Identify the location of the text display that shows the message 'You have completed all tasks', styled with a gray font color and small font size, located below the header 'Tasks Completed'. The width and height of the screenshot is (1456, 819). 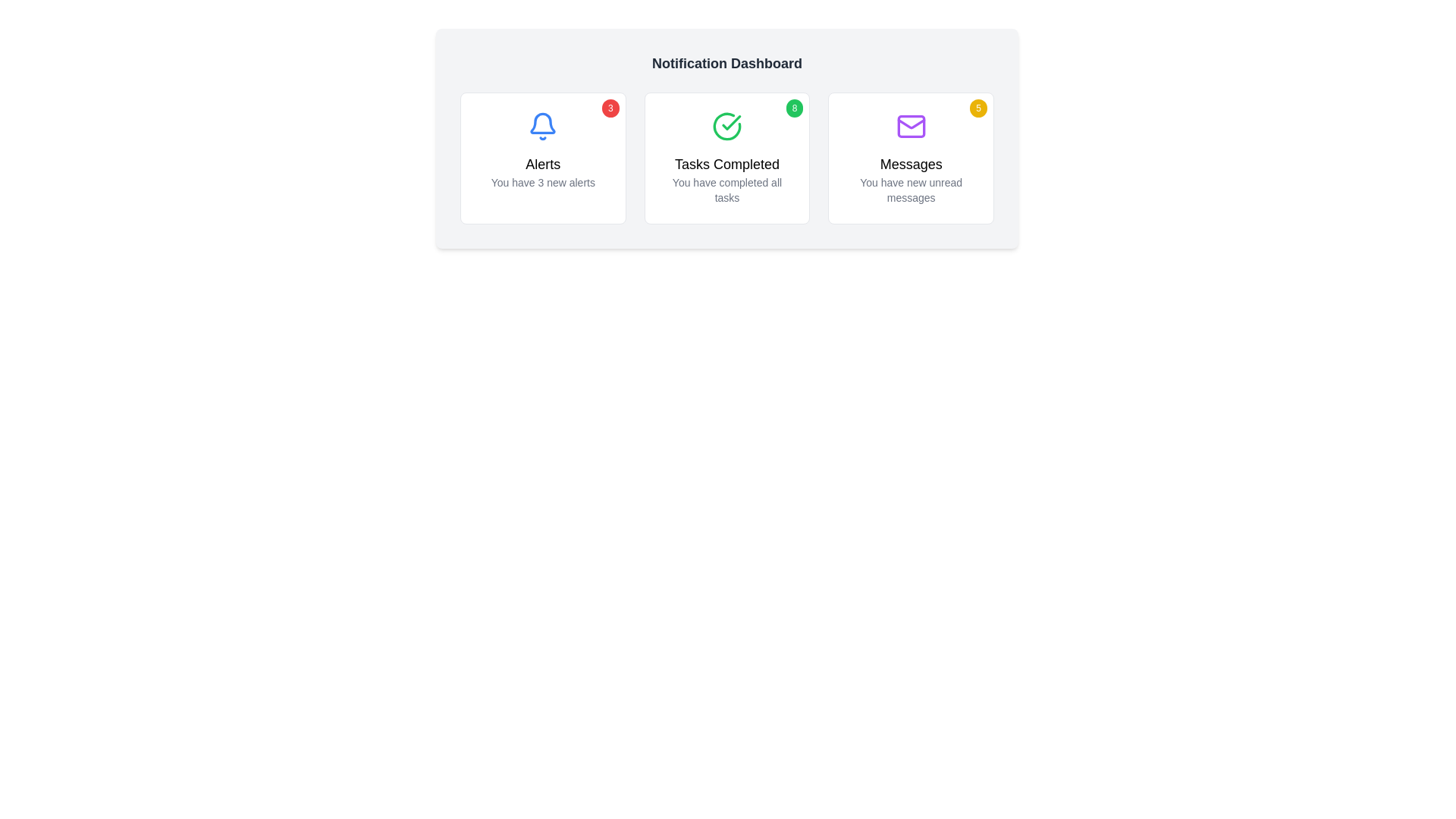
(726, 189).